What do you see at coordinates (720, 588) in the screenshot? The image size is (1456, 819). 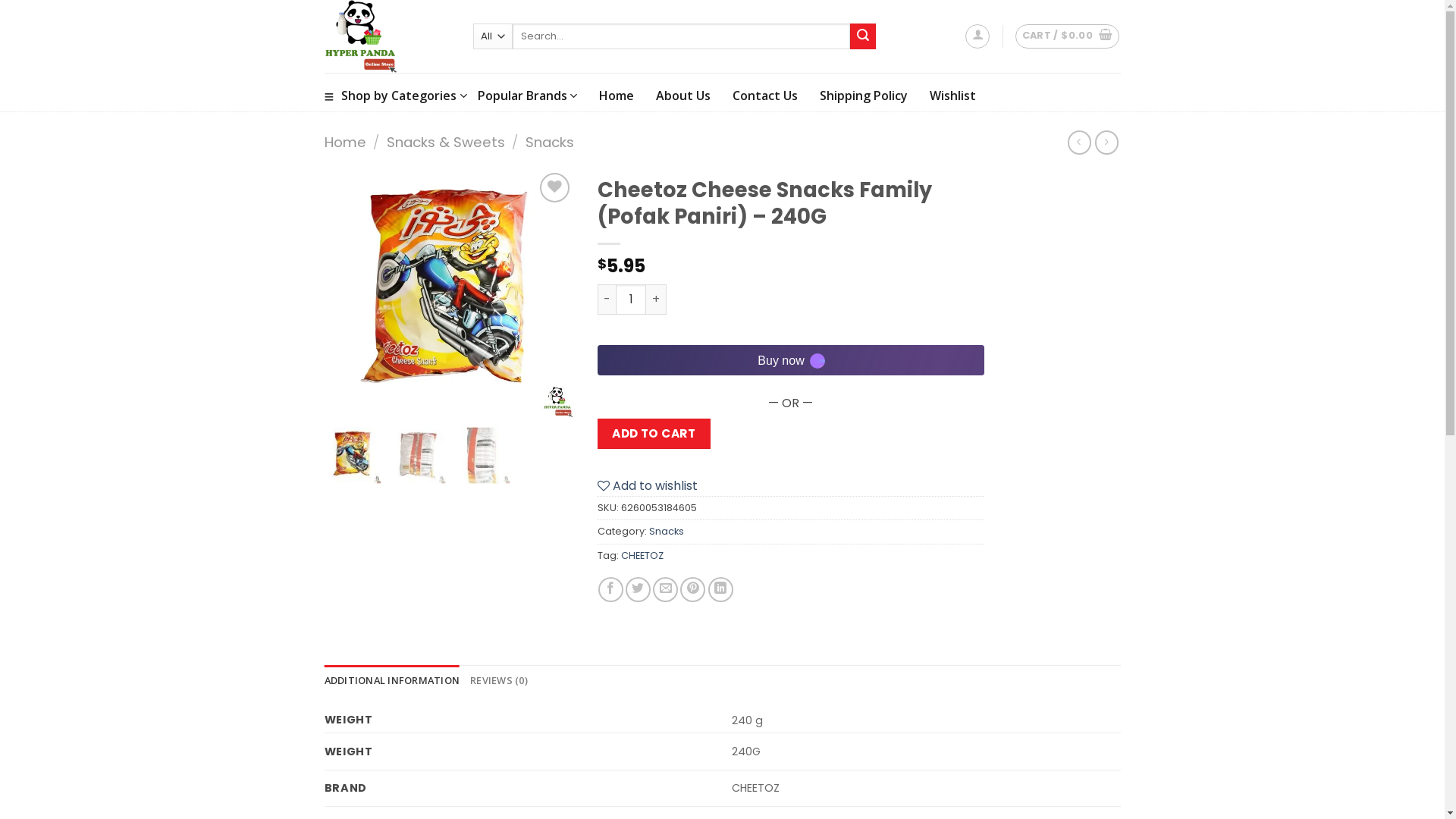 I see `'Share on LinkedIn'` at bounding box center [720, 588].